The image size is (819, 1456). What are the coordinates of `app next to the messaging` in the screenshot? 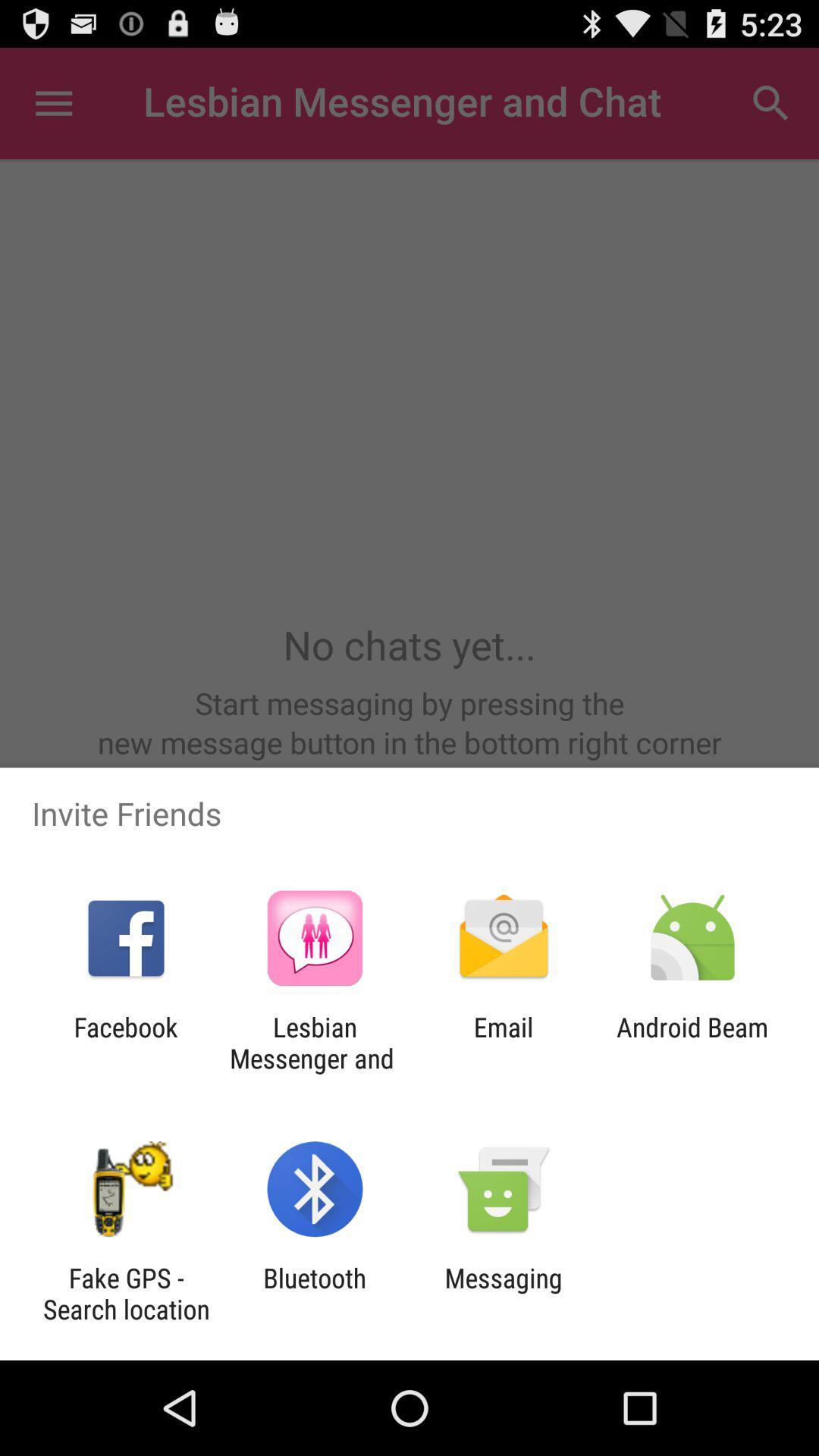 It's located at (314, 1293).